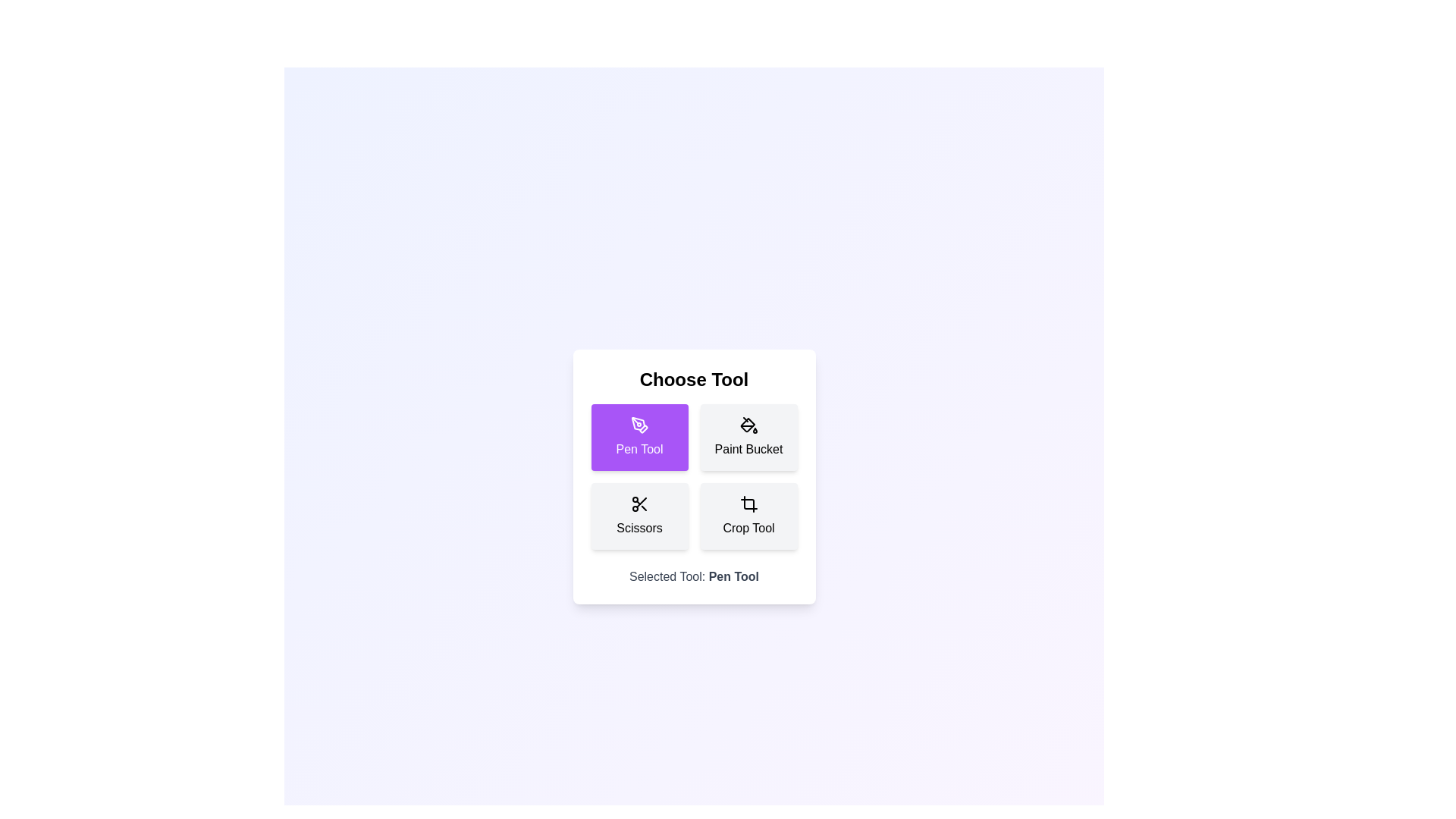 Image resolution: width=1456 pixels, height=819 pixels. What do you see at coordinates (639, 438) in the screenshot?
I see `the tool Pen Tool by clicking on its corresponding button` at bounding box center [639, 438].